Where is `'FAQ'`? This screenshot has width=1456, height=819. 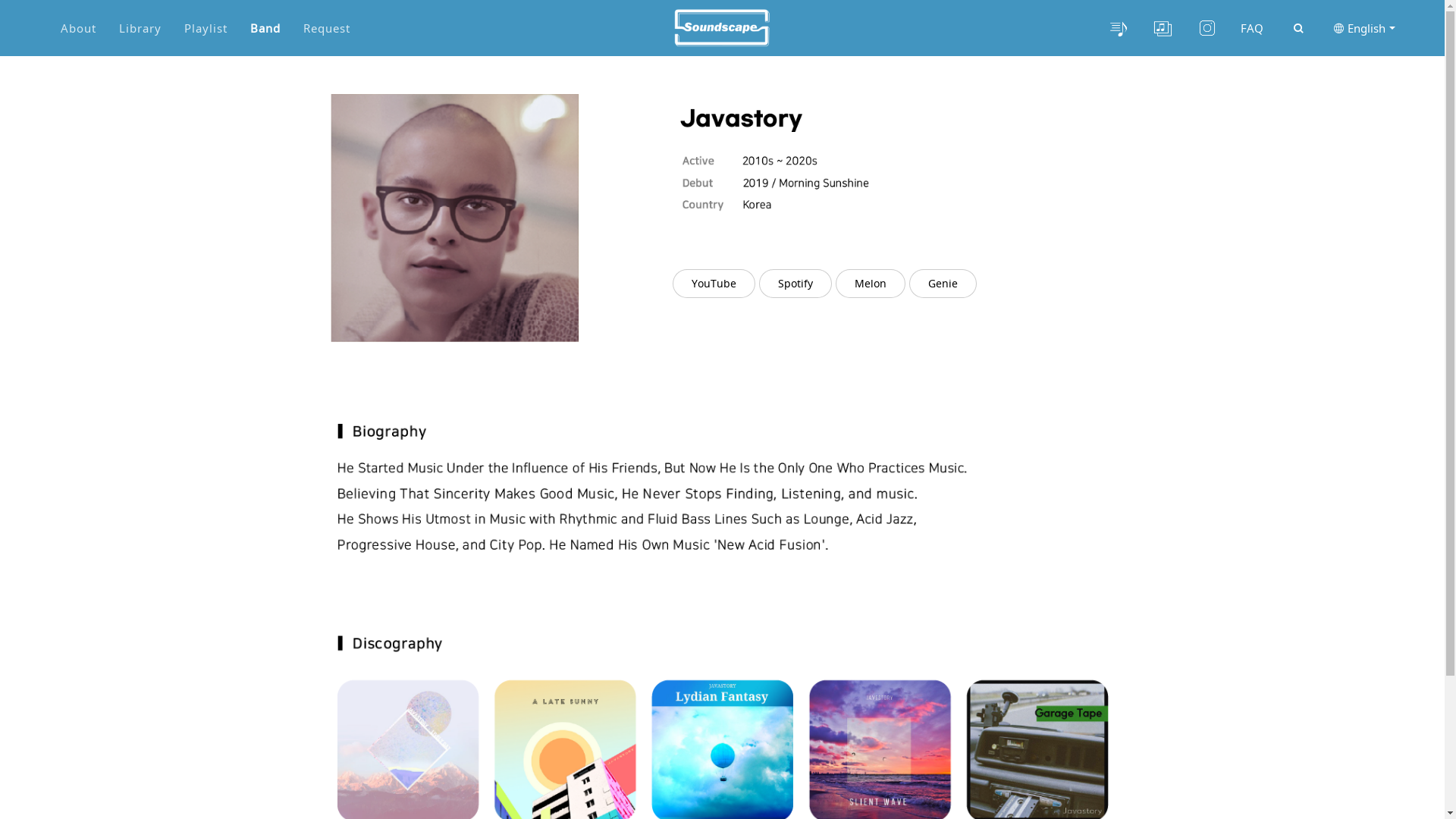 'FAQ' is located at coordinates (1252, 28).